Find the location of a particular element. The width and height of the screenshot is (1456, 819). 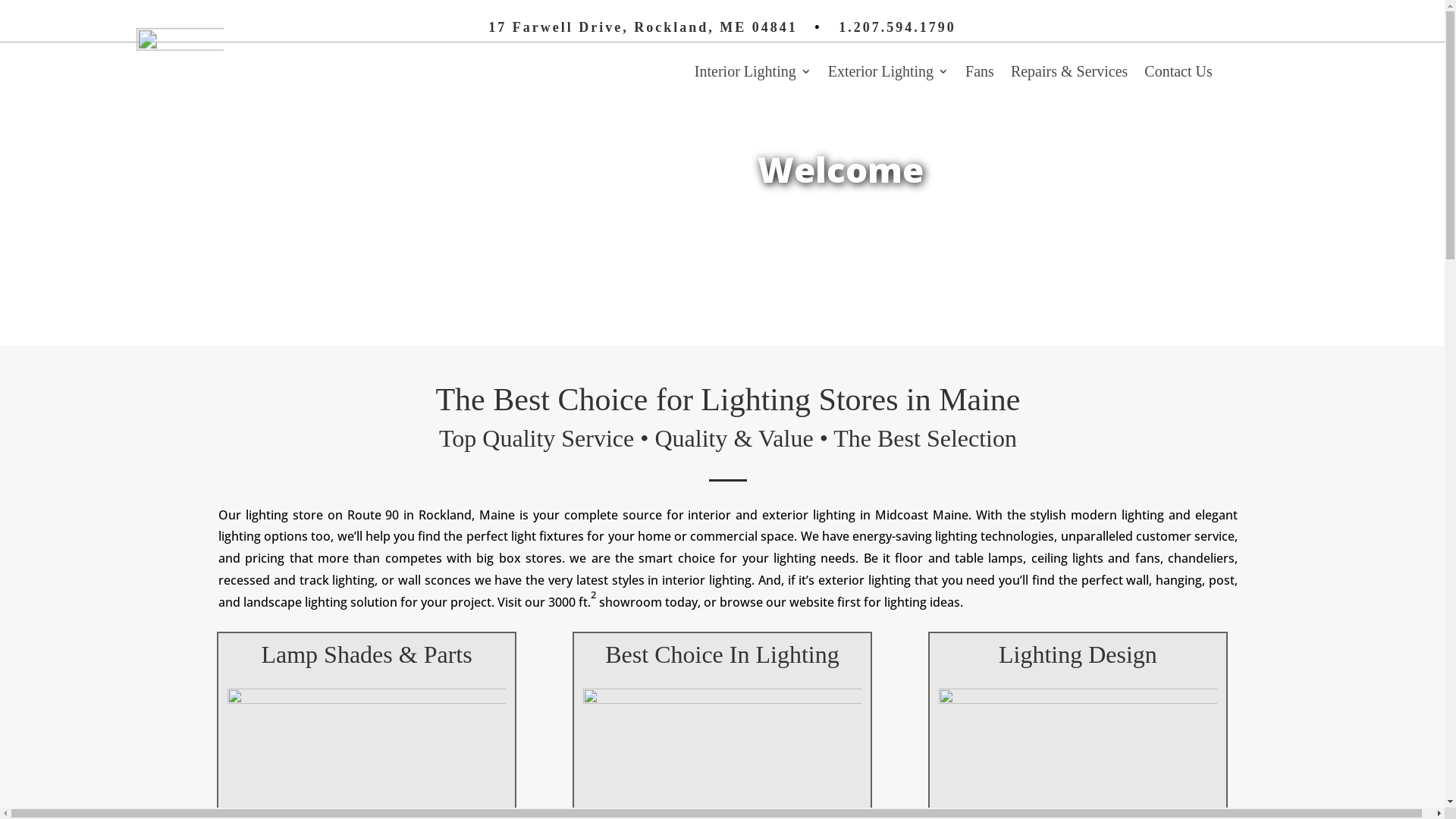

'Contact Us' is located at coordinates (1177, 74).